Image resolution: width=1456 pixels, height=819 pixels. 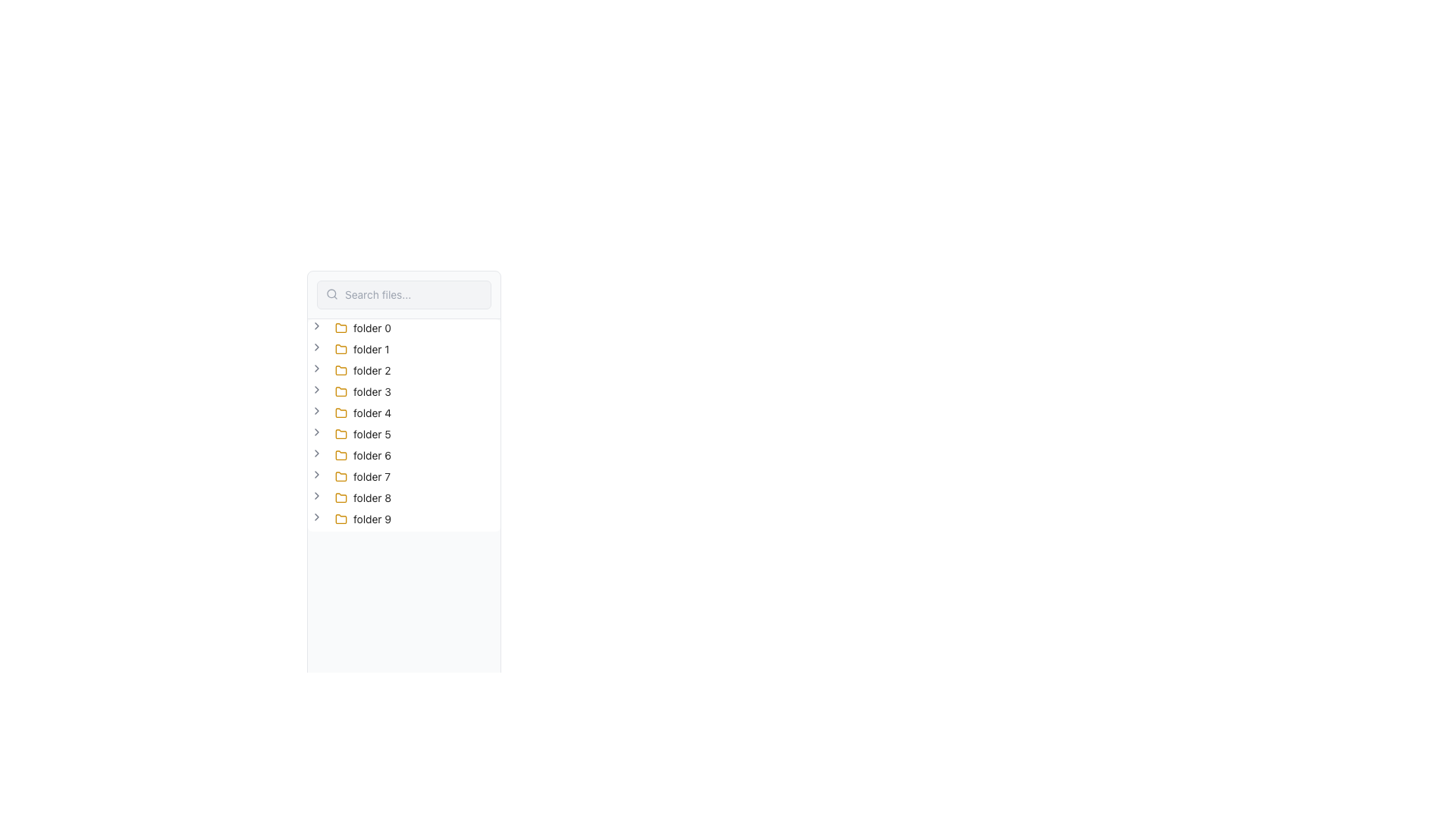 What do you see at coordinates (340, 327) in the screenshot?
I see `the folder icon representing 'folder 0', which is the first element` at bounding box center [340, 327].